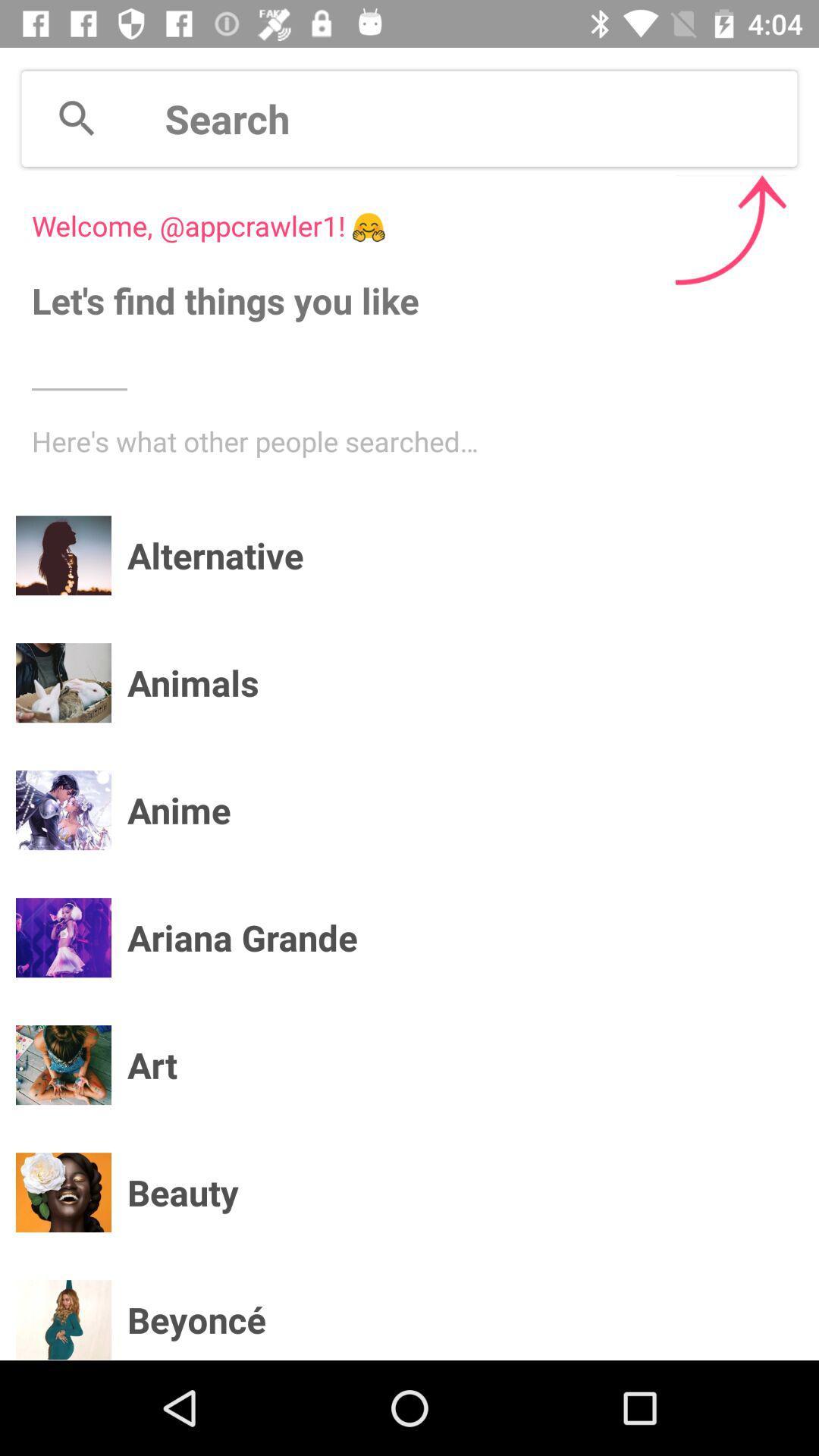  I want to click on initiate search, so click(481, 118).